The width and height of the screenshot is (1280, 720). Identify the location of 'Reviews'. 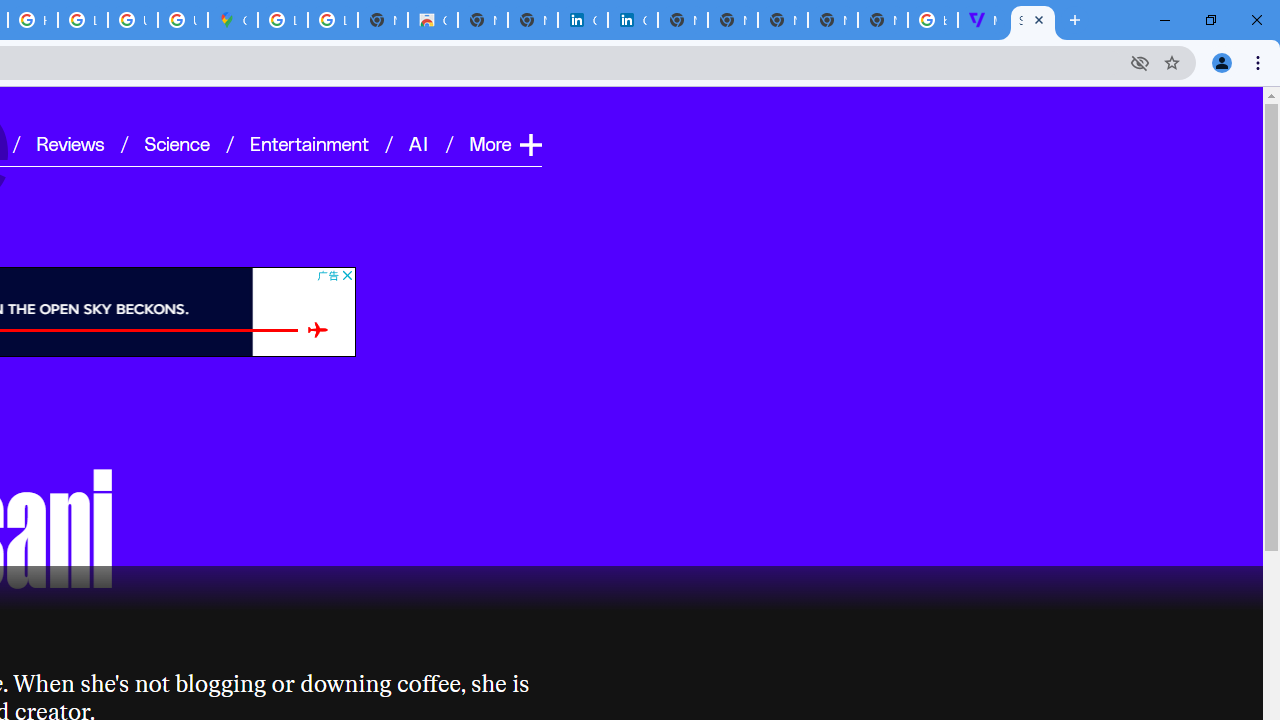
(70, 141).